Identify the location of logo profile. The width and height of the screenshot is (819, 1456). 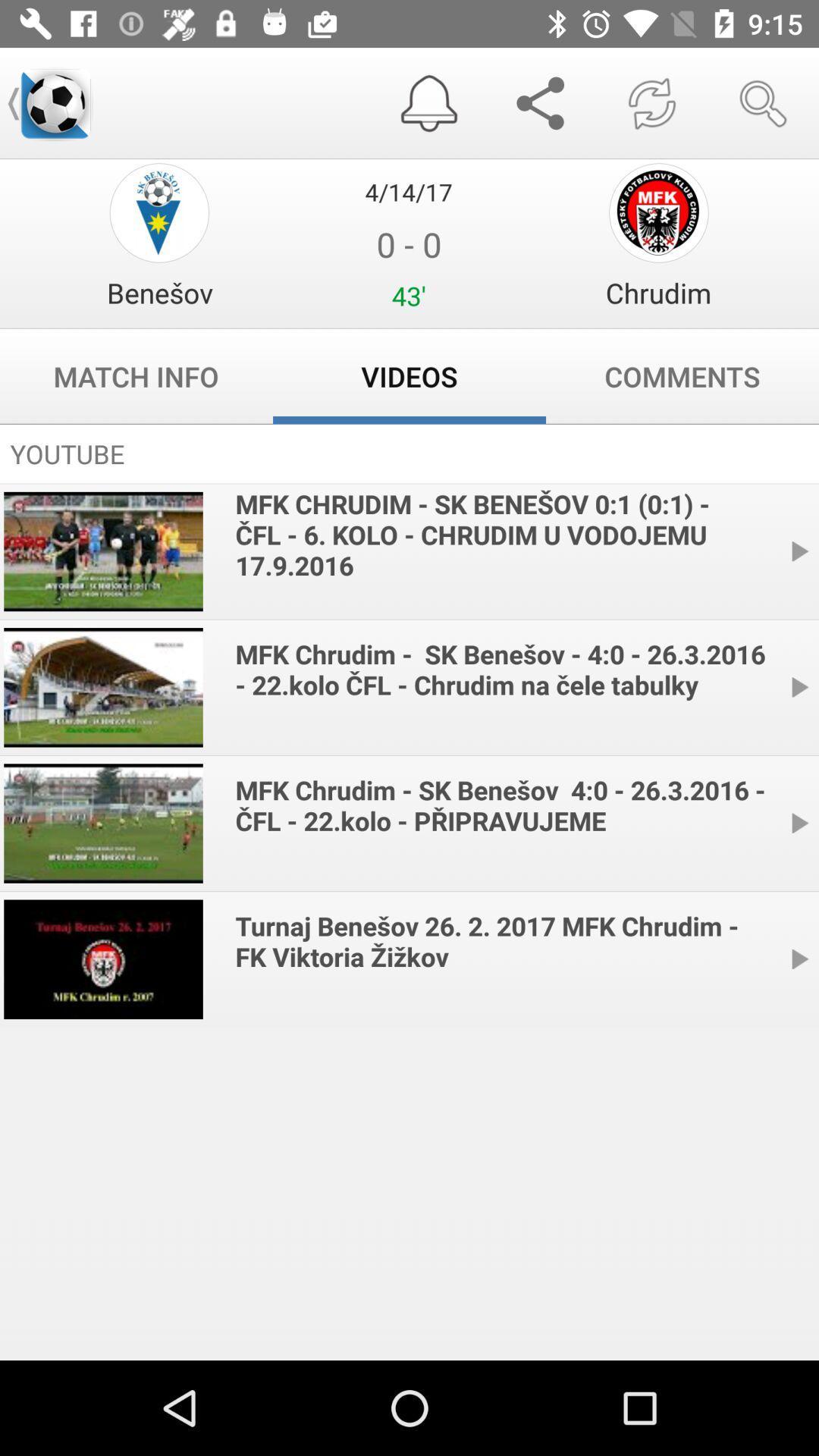
(159, 212).